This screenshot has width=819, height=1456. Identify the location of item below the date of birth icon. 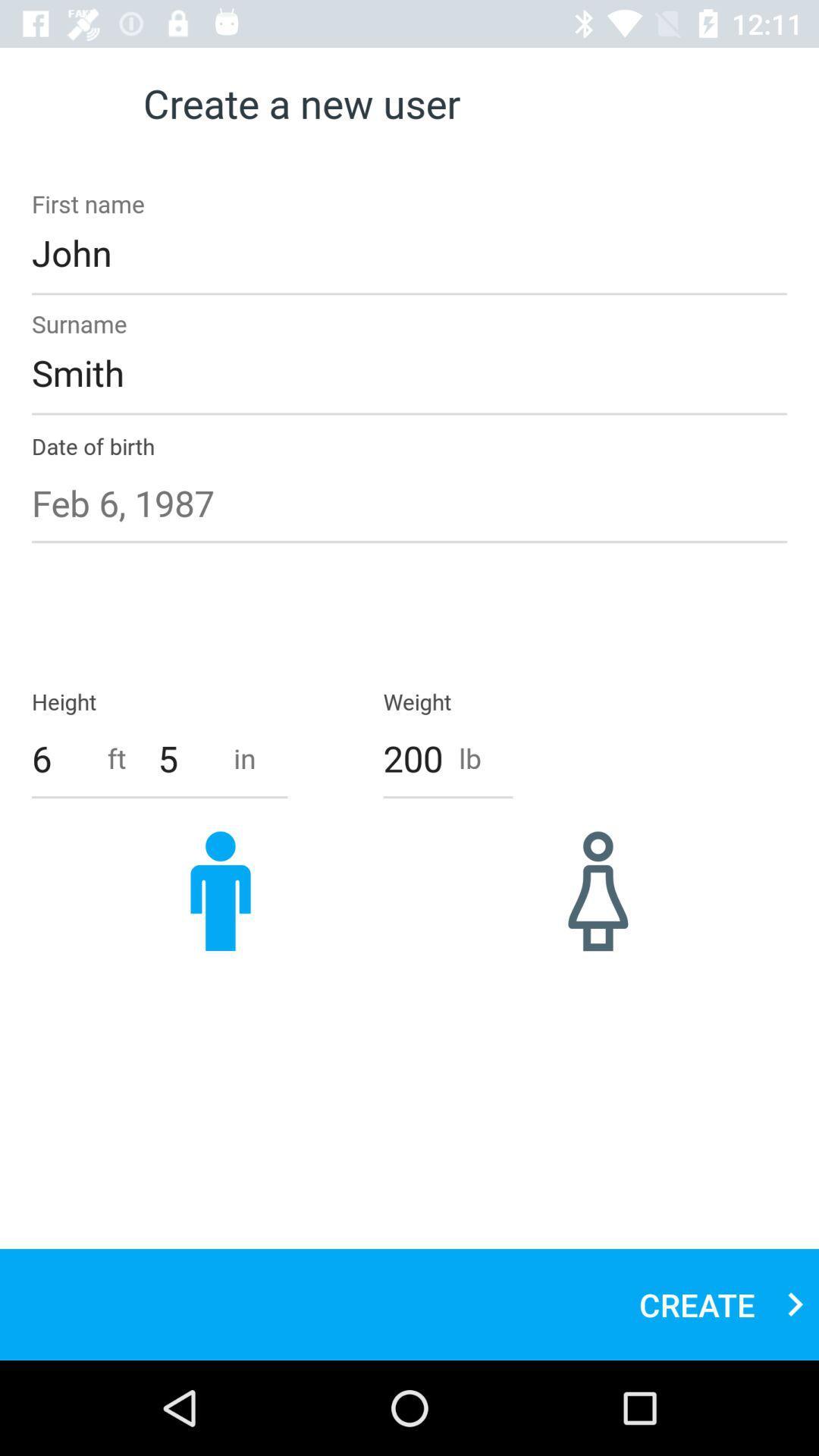
(409, 503).